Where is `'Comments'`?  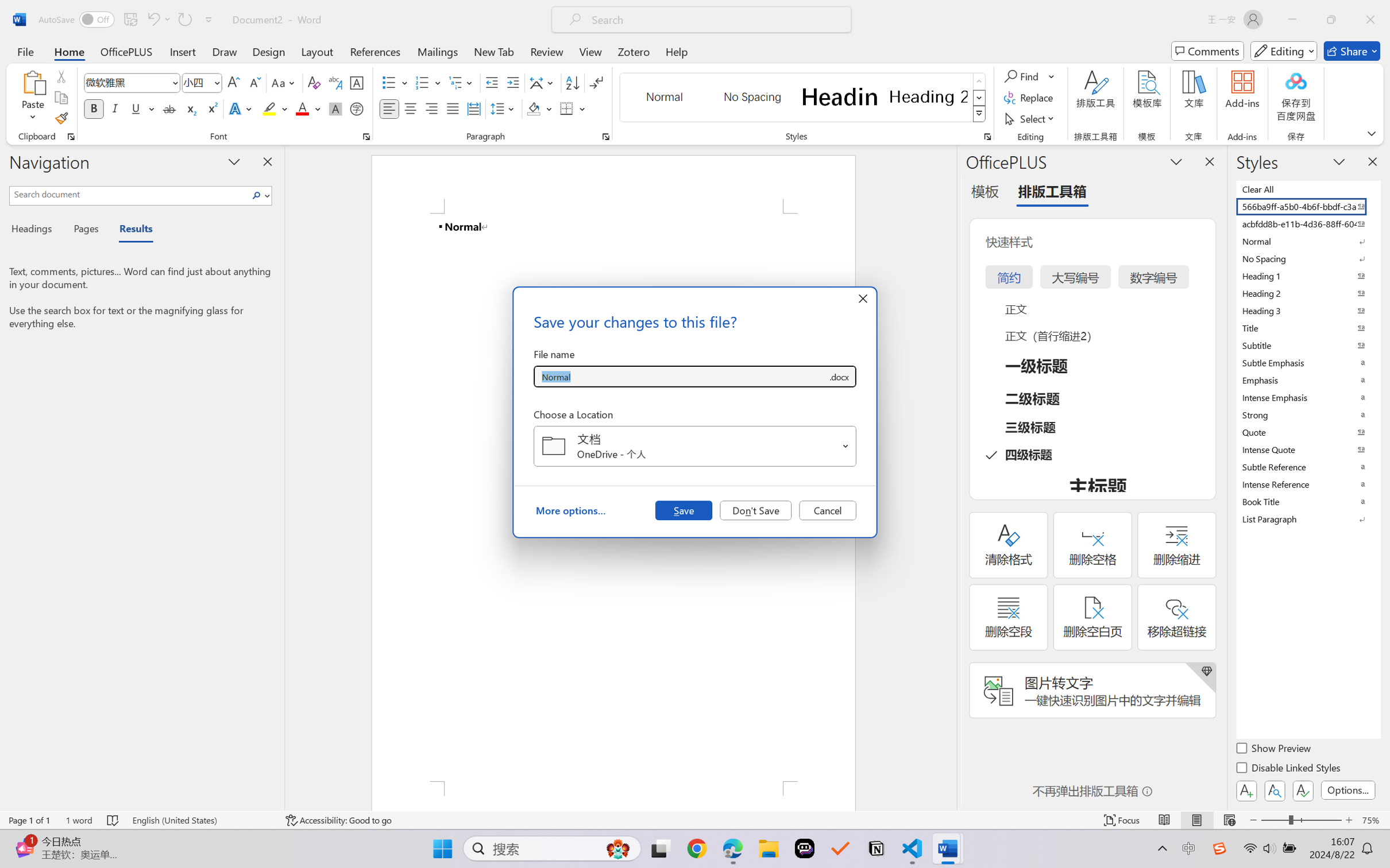
'Comments' is located at coordinates (1207, 51).